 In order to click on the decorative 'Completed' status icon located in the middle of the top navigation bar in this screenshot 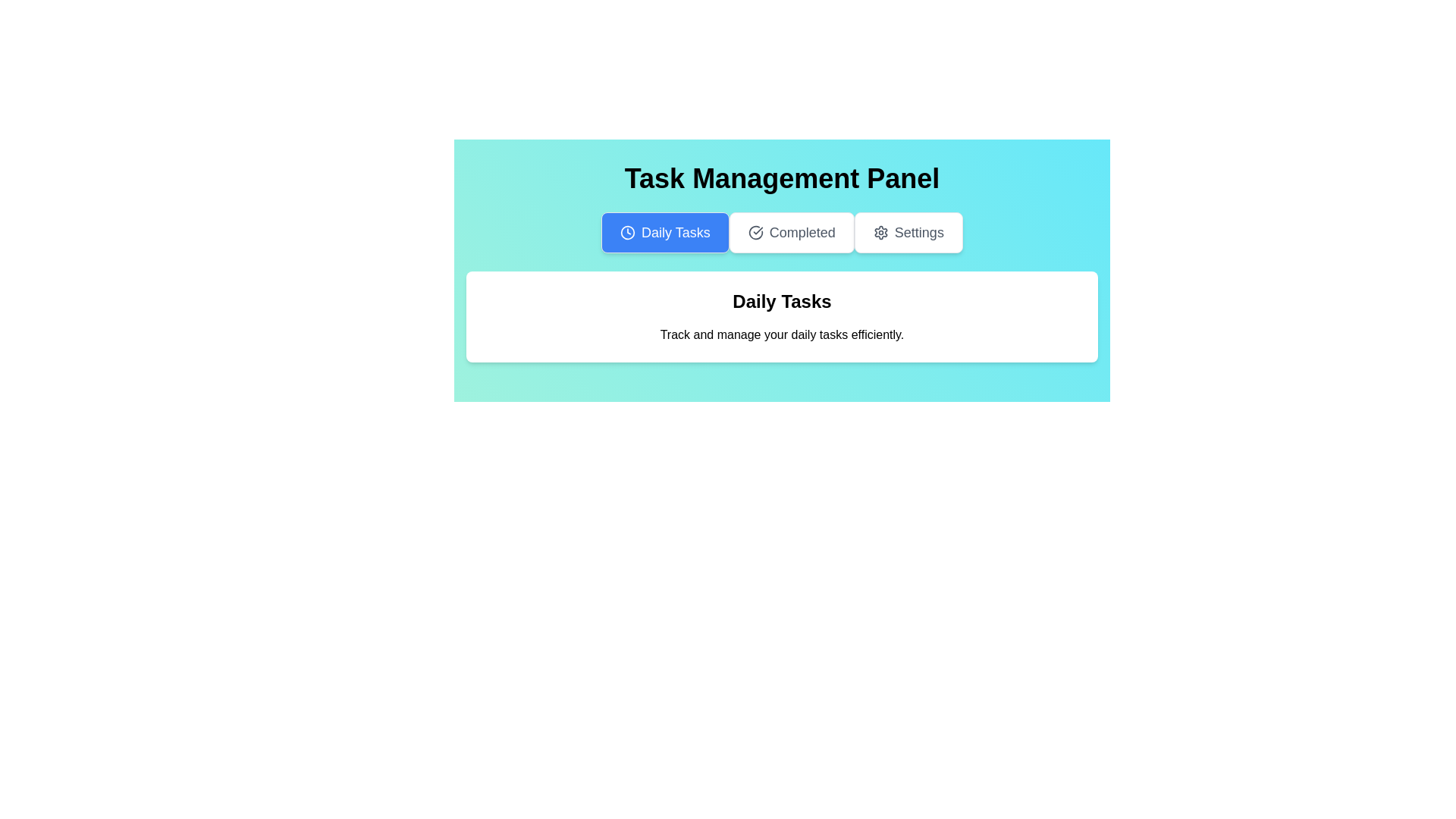, I will do `click(755, 233)`.